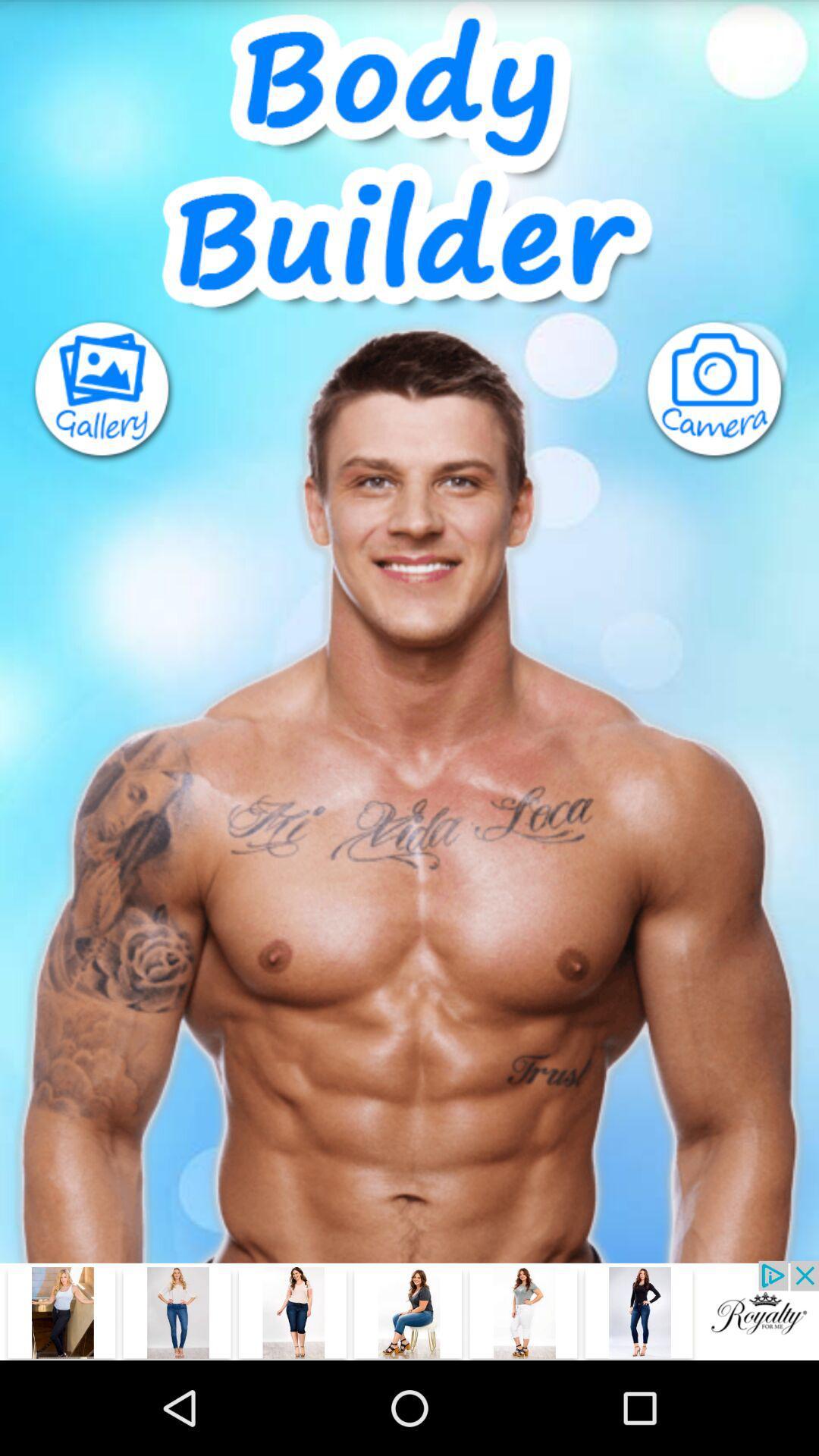 Image resolution: width=819 pixels, height=1456 pixels. What do you see at coordinates (88, 391) in the screenshot?
I see `photo gallery` at bounding box center [88, 391].